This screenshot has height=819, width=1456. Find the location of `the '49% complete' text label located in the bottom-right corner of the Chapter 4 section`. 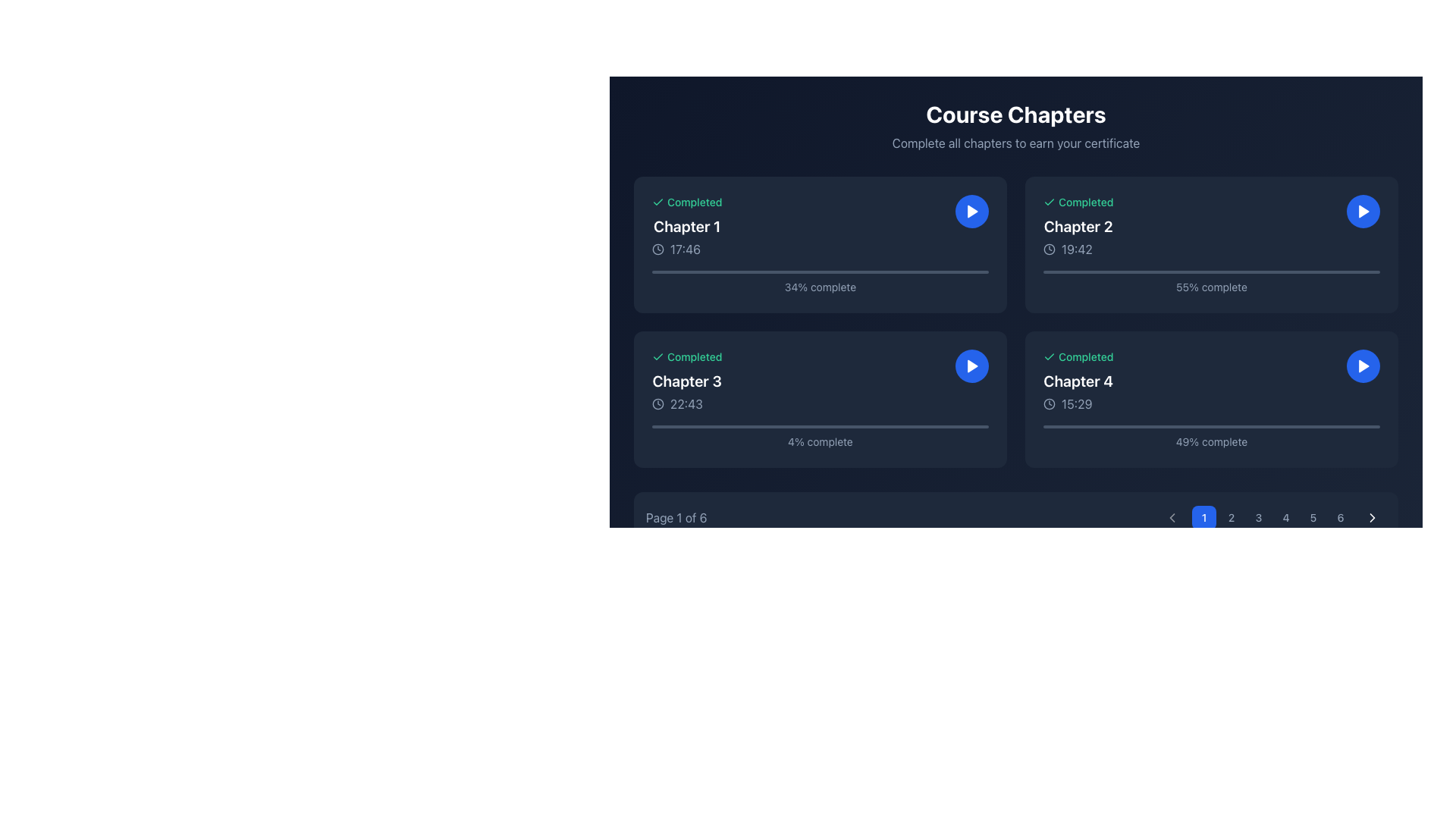

the '49% complete' text label located in the bottom-right corner of the Chapter 4 section is located at coordinates (1211, 438).